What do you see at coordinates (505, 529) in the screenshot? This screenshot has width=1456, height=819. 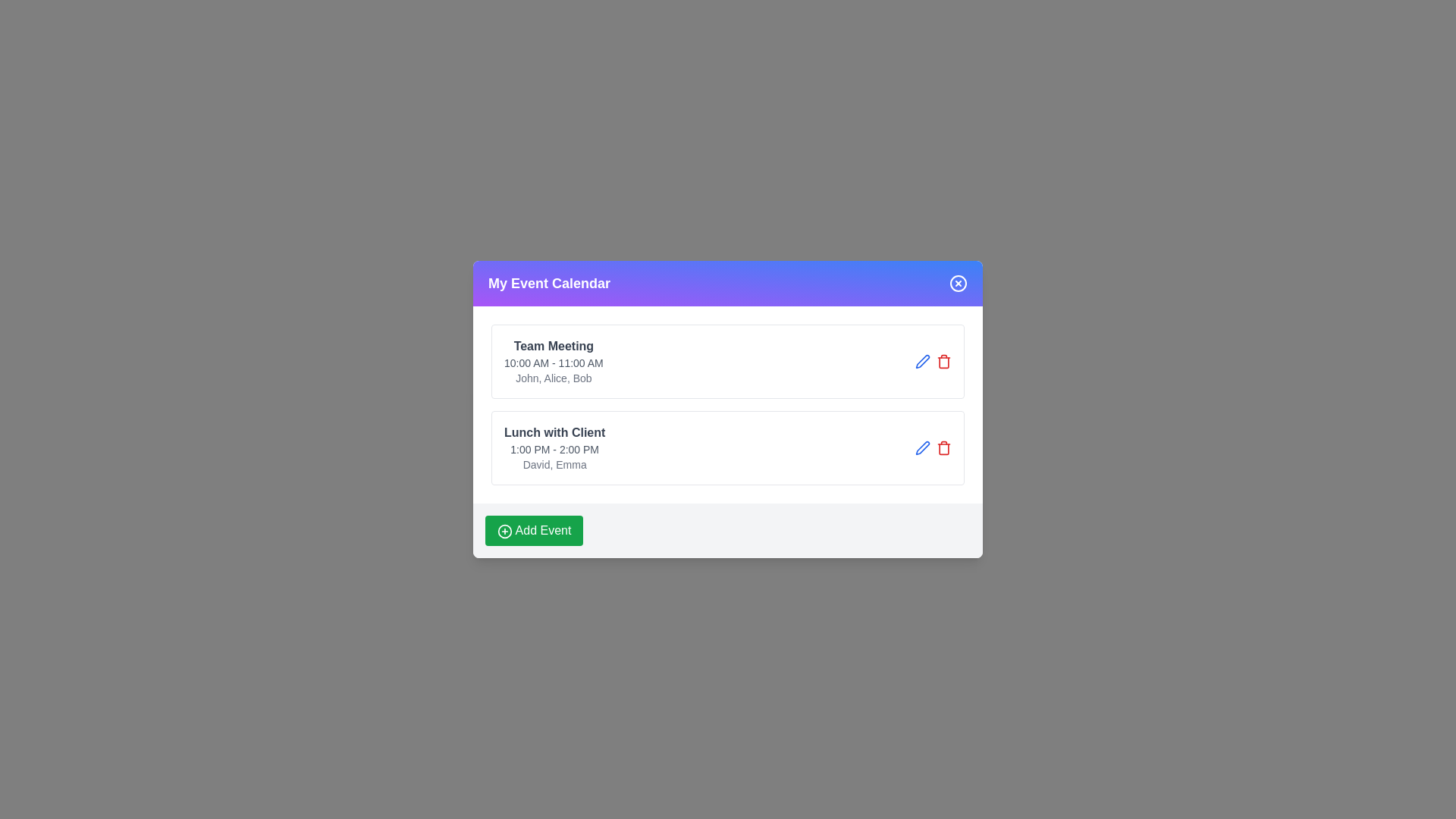 I see `the graphical icon within the green 'Add Event' button` at bounding box center [505, 529].